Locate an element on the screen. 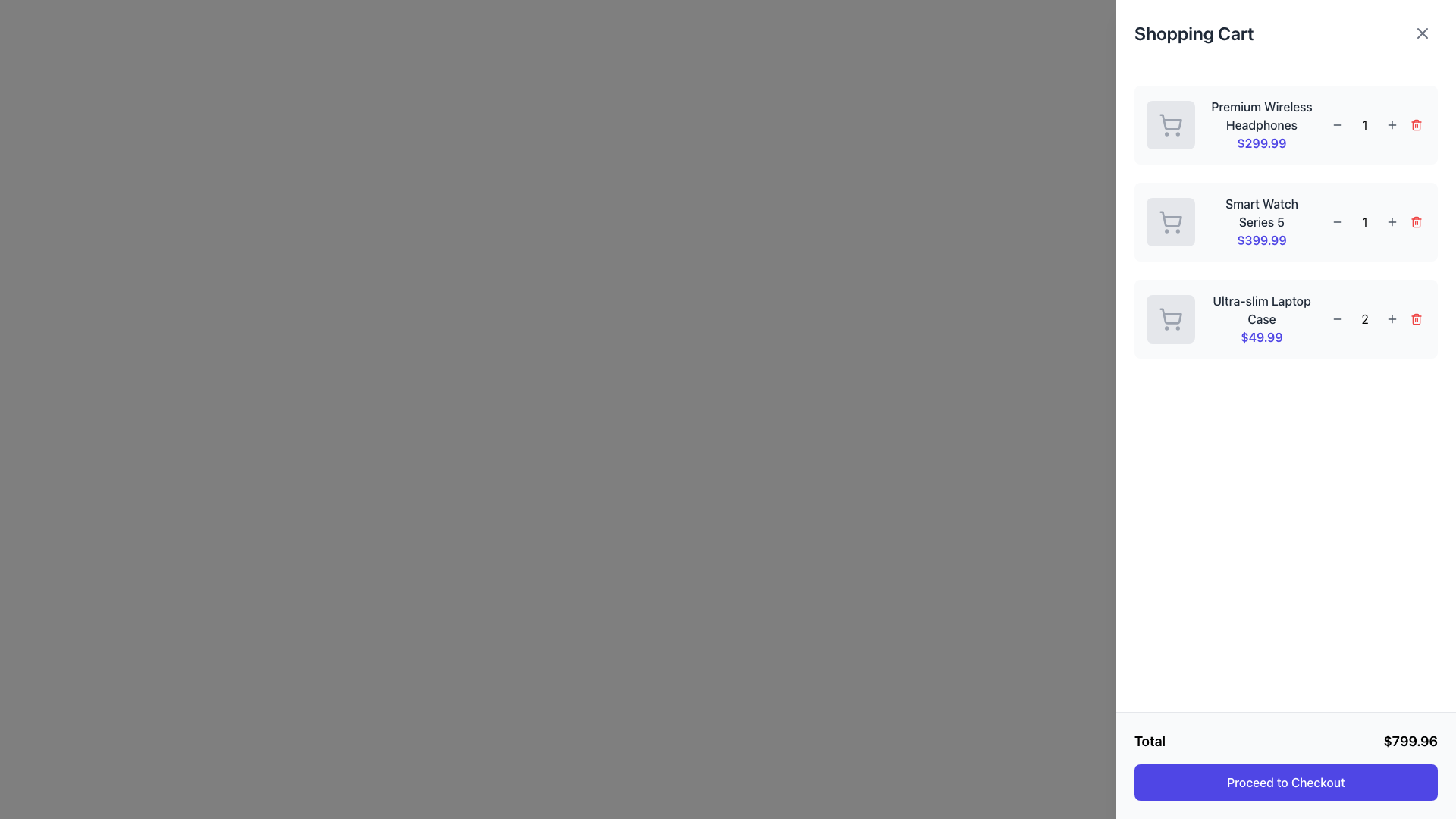 The width and height of the screenshot is (1456, 819). the compact, square-shaped button with a light gray background and centered minus sign ('-') is located at coordinates (1337, 318).